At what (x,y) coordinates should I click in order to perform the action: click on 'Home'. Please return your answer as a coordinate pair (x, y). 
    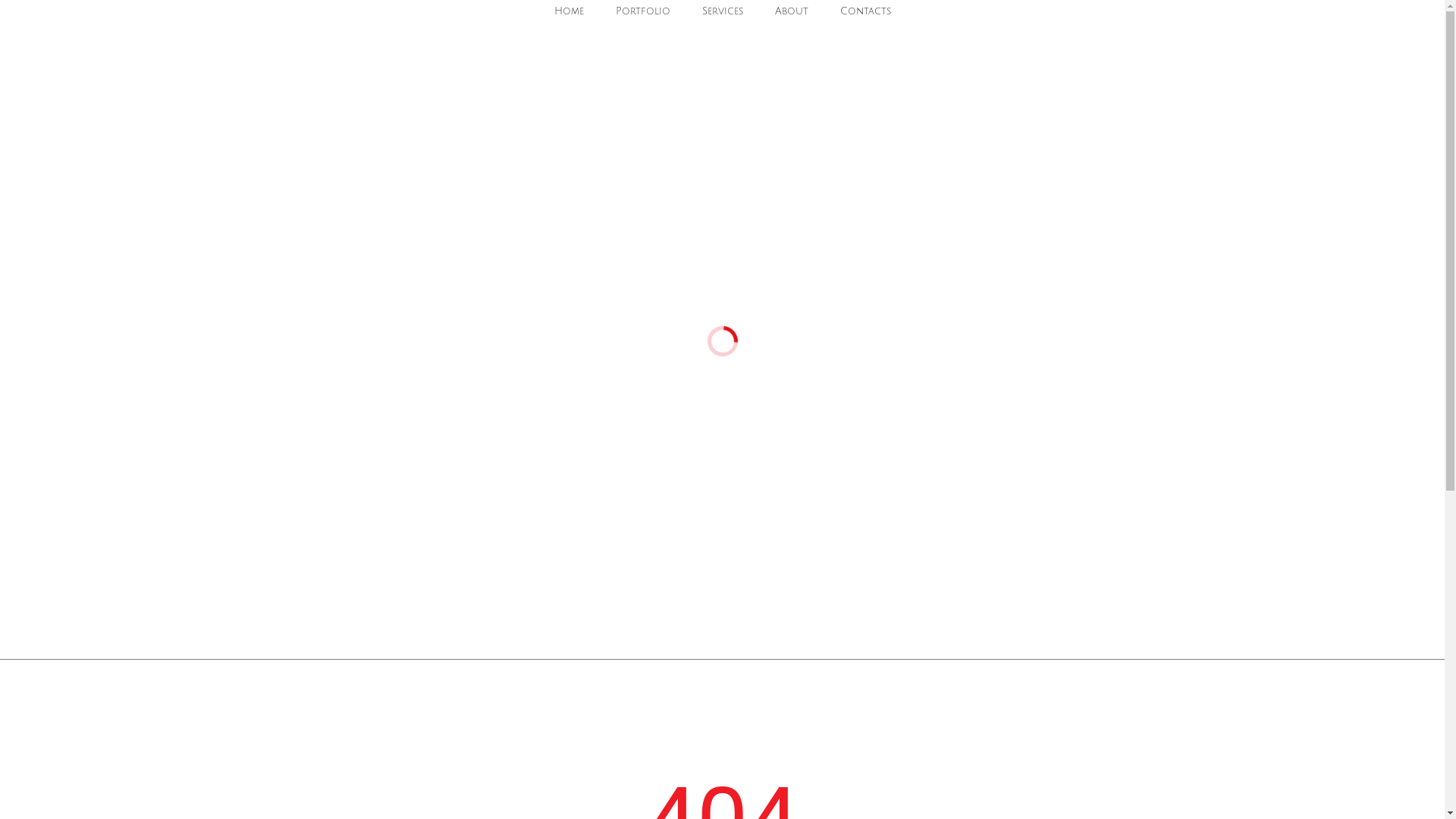
    Looking at the image, I should click on (546, 11).